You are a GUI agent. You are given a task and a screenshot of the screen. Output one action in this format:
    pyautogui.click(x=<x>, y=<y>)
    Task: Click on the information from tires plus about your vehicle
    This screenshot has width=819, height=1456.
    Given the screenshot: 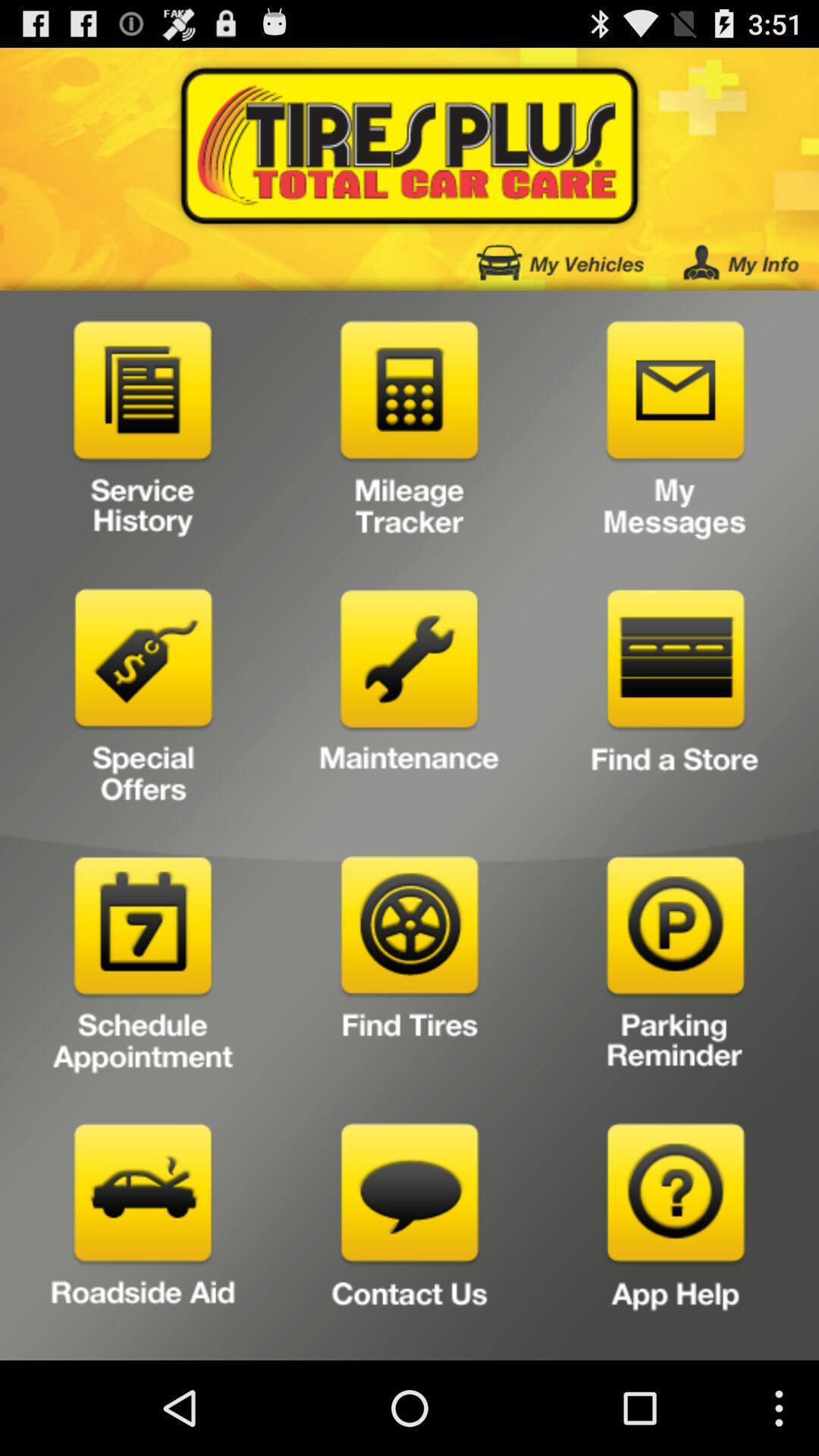 What is the action you would take?
    pyautogui.click(x=560, y=262)
    